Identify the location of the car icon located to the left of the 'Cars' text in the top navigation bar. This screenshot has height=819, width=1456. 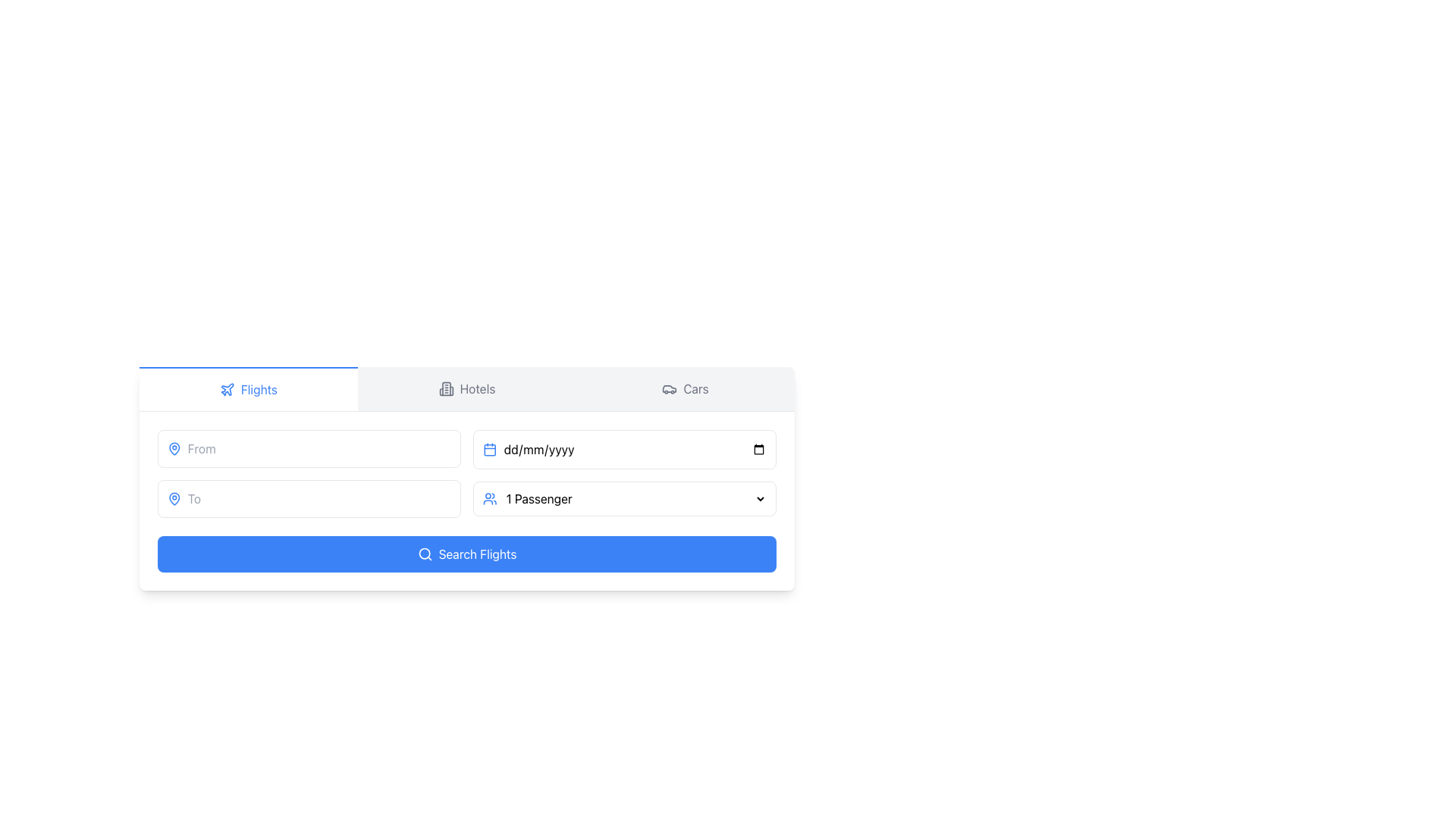
(669, 388).